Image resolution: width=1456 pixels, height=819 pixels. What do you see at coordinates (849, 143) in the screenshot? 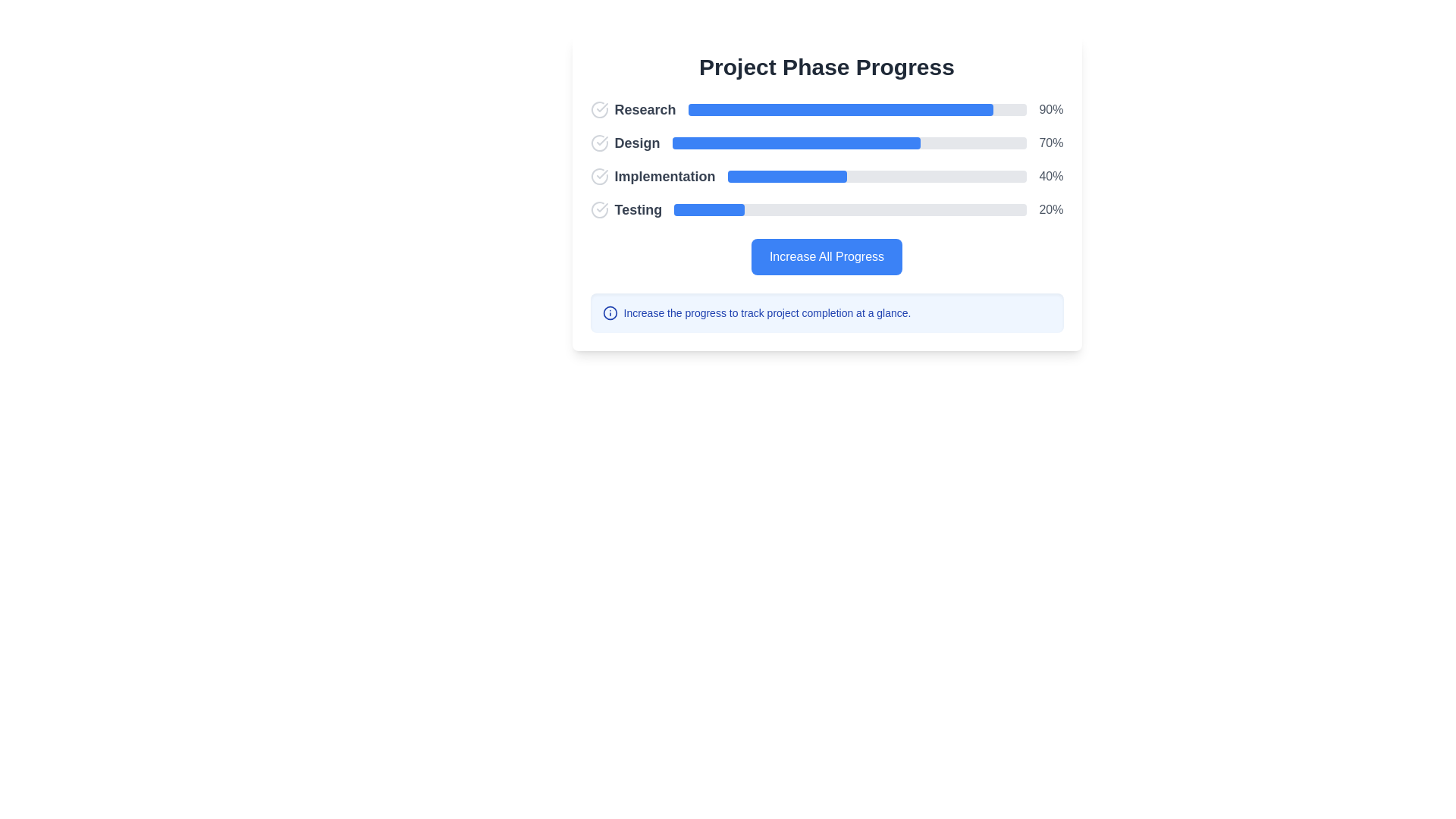
I see `the non-interactive progress bar indicating the 'Design' phase of the project, which shows a completion status of '70%'` at bounding box center [849, 143].